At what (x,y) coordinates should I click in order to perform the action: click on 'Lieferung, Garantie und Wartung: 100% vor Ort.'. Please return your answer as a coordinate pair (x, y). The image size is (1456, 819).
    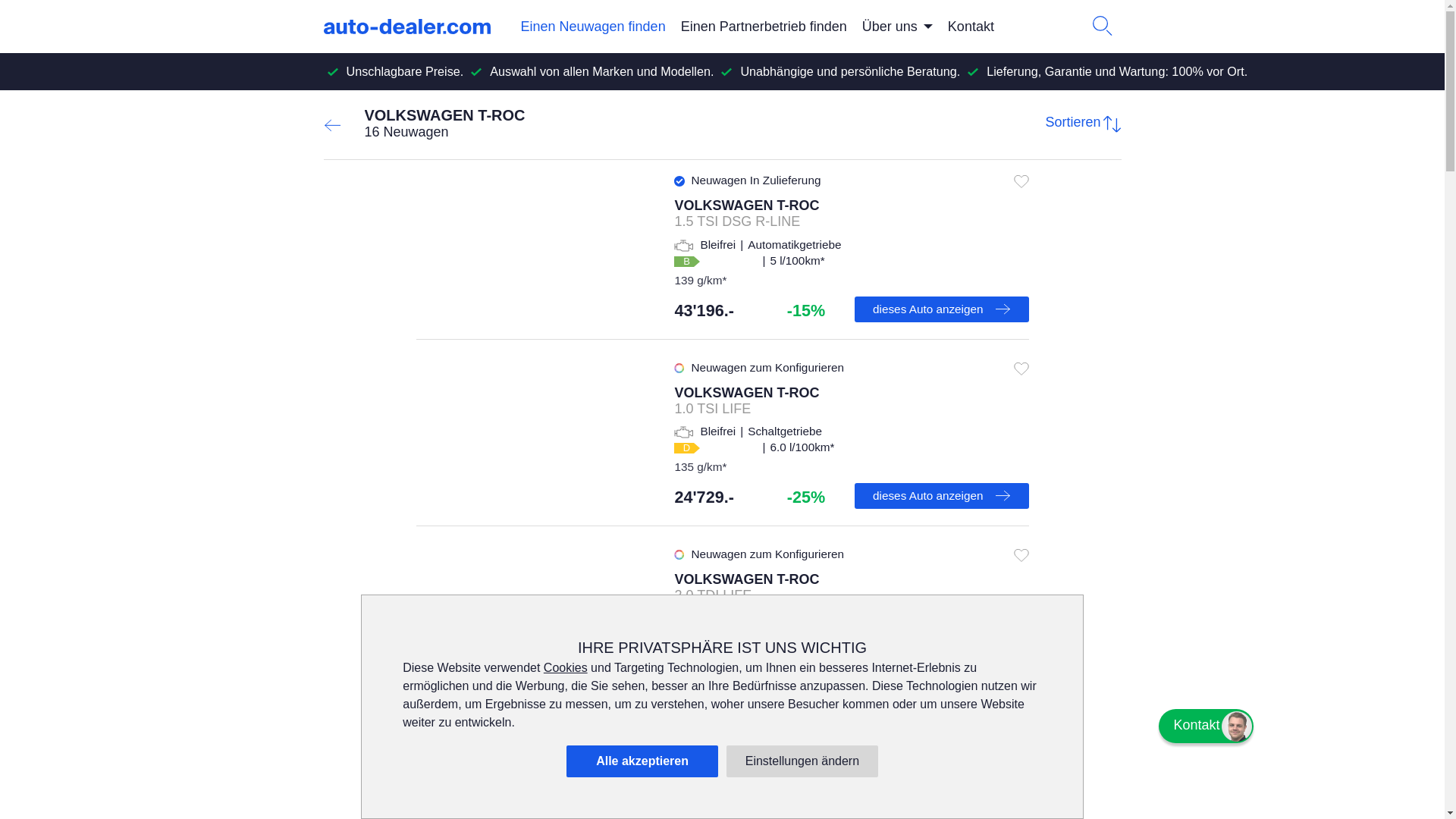
    Looking at the image, I should click on (1117, 71).